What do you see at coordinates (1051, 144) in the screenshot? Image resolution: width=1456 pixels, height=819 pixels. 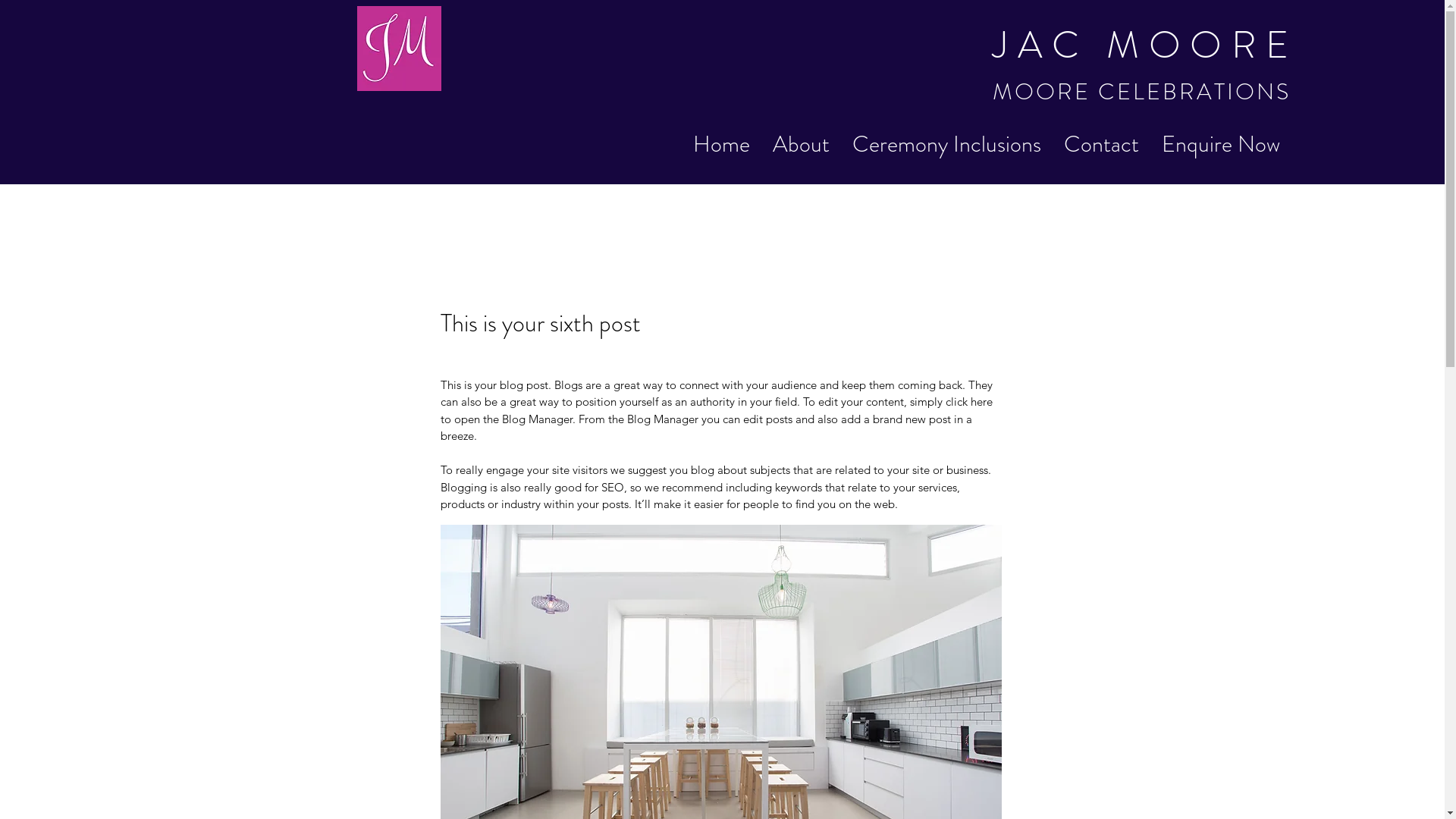 I see `'Contact'` at bounding box center [1051, 144].